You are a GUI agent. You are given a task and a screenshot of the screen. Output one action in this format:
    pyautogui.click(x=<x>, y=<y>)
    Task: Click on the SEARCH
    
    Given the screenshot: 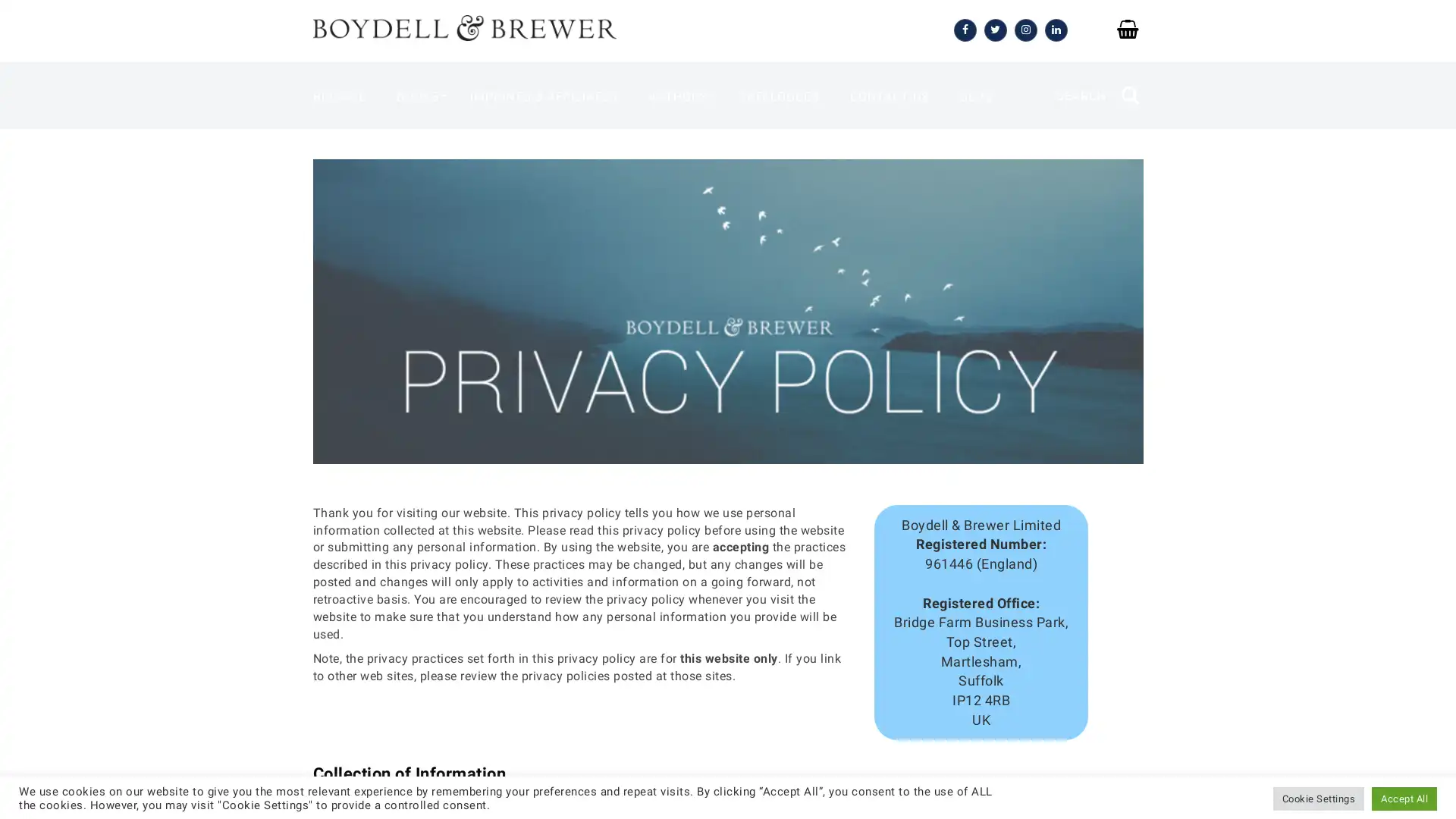 What is the action you would take?
    pyautogui.click(x=1099, y=84)
    